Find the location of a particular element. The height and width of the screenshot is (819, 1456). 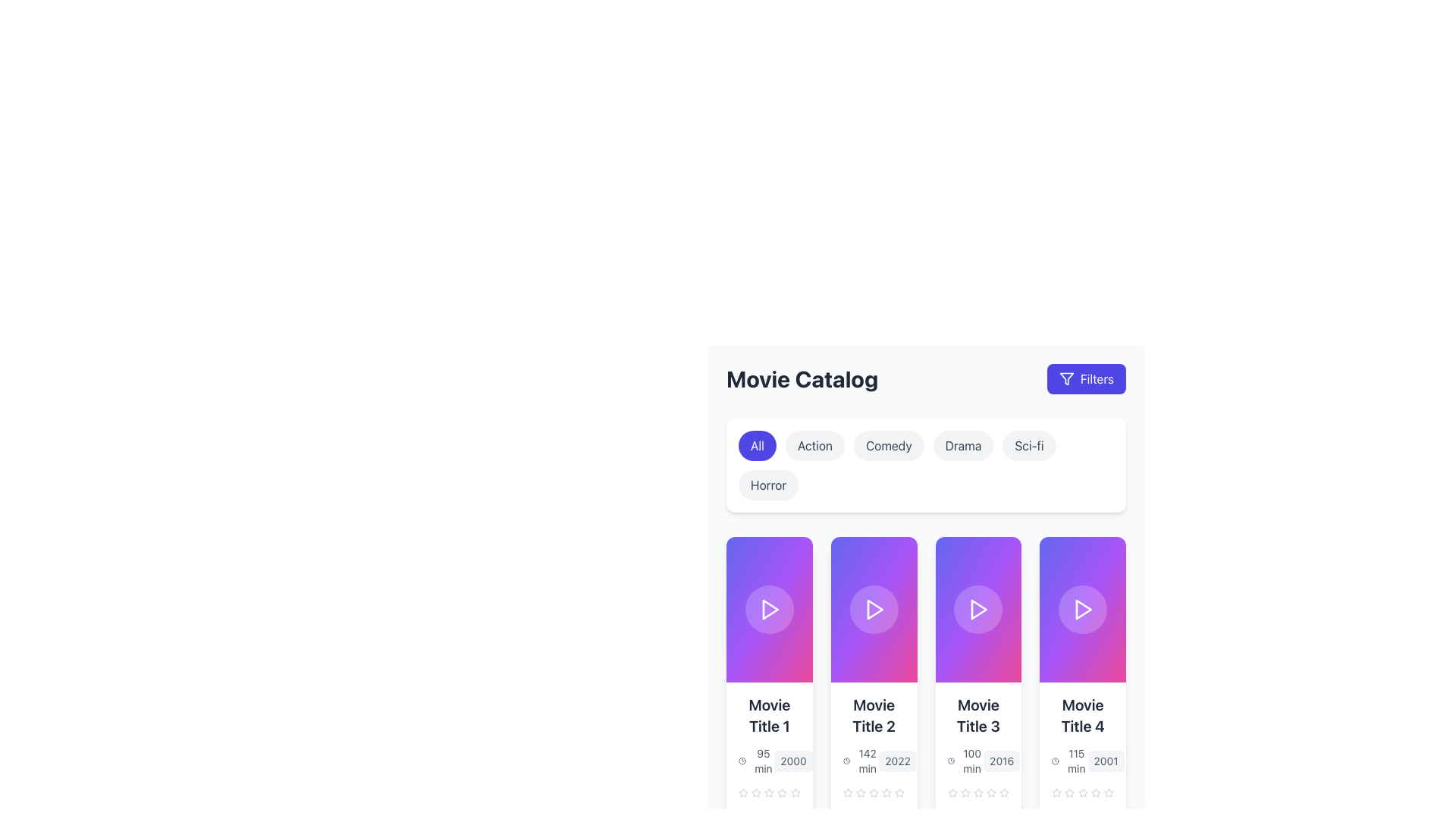

the 'Sci-fi' filter button, which is the fifth button in the genre group located beneath the 'Movie Catalog' heading is located at coordinates (1029, 444).